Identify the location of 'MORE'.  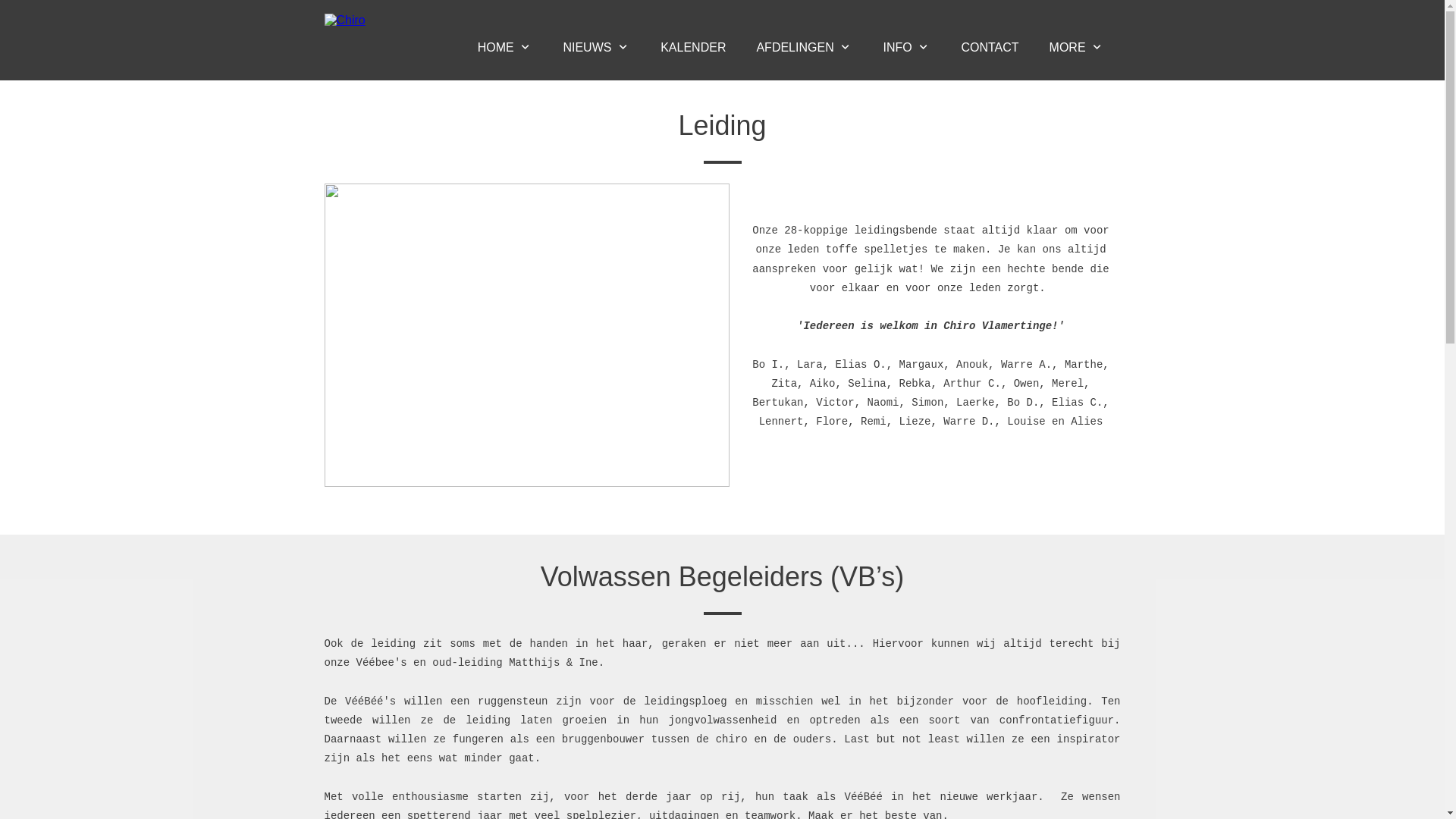
(1076, 46).